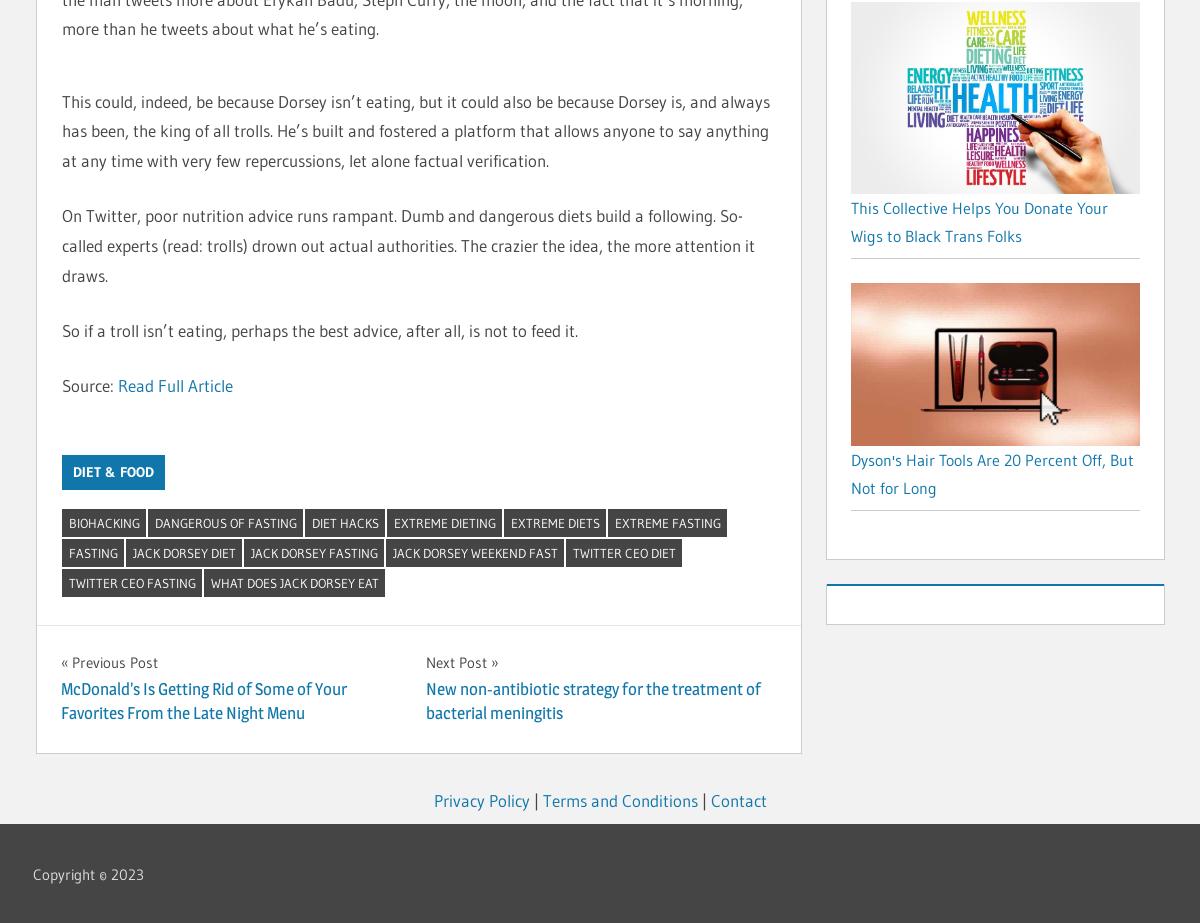 Image resolution: width=1200 pixels, height=923 pixels. Describe the element at coordinates (738, 799) in the screenshot. I see `'Contact'` at that location.